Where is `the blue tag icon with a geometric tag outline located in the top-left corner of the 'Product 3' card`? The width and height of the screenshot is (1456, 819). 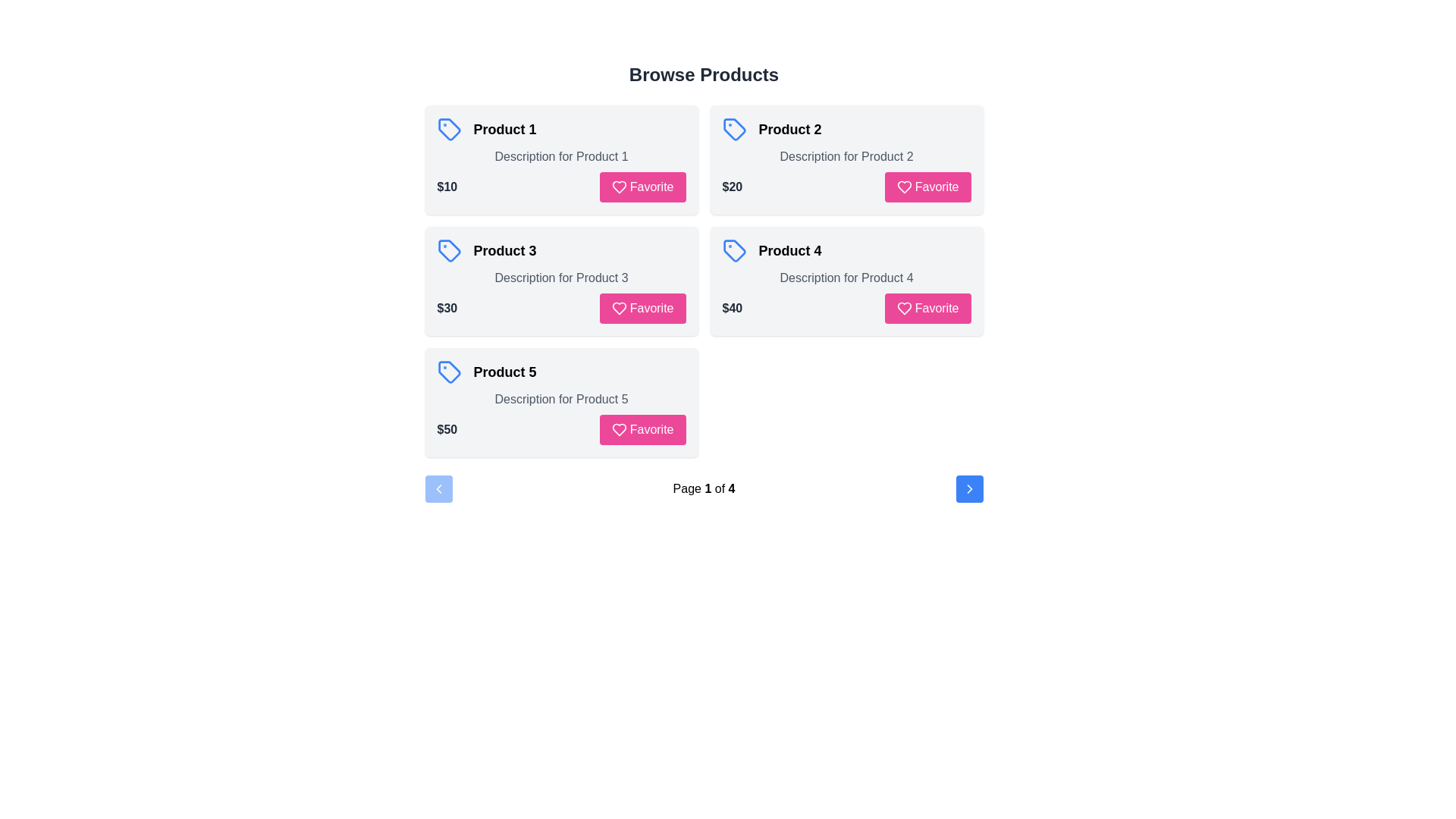
the blue tag icon with a geometric tag outline located in the top-left corner of the 'Product 3' card is located at coordinates (448, 250).